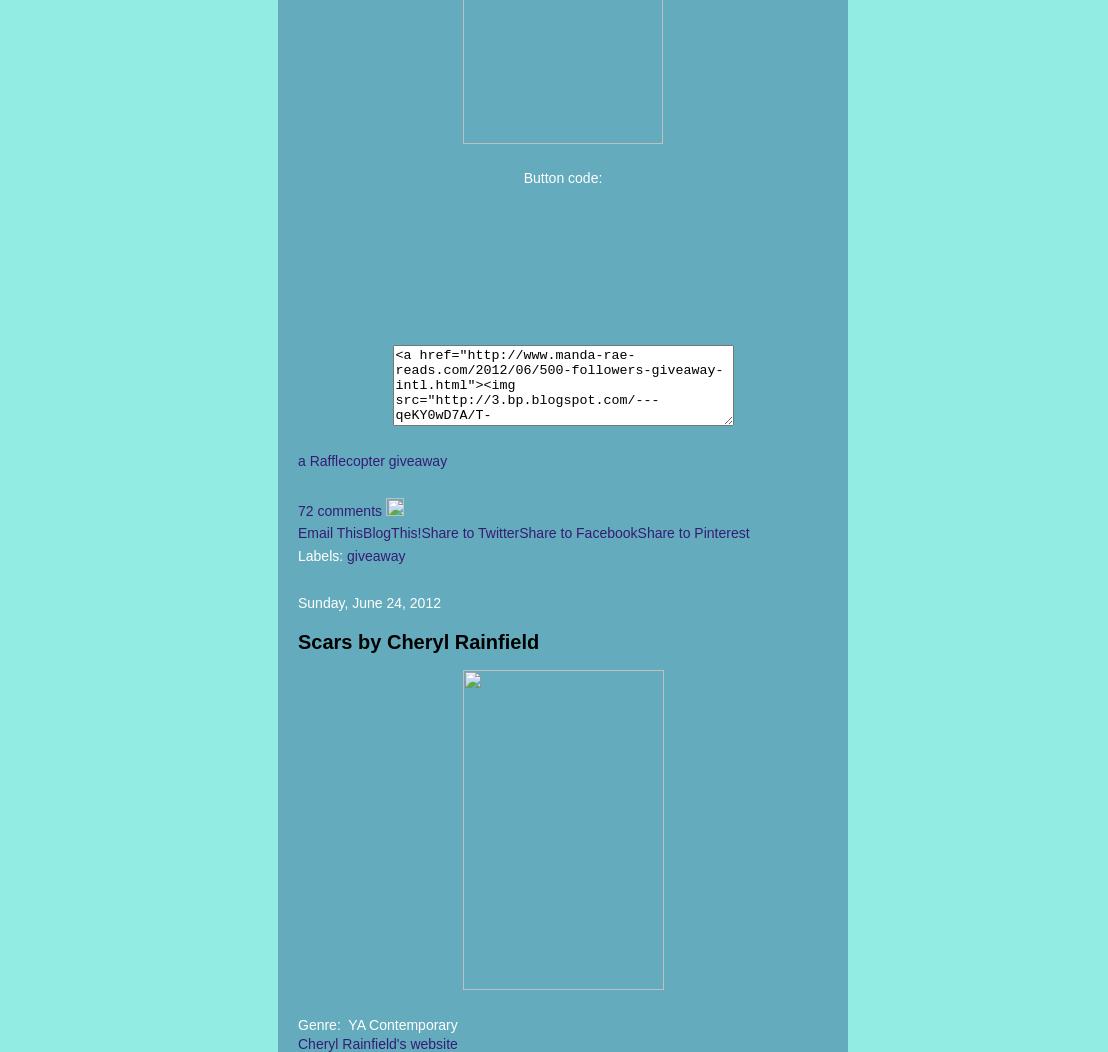 This screenshot has width=1108, height=1052. Describe the element at coordinates (346, 555) in the screenshot. I see `'giveaway'` at that location.